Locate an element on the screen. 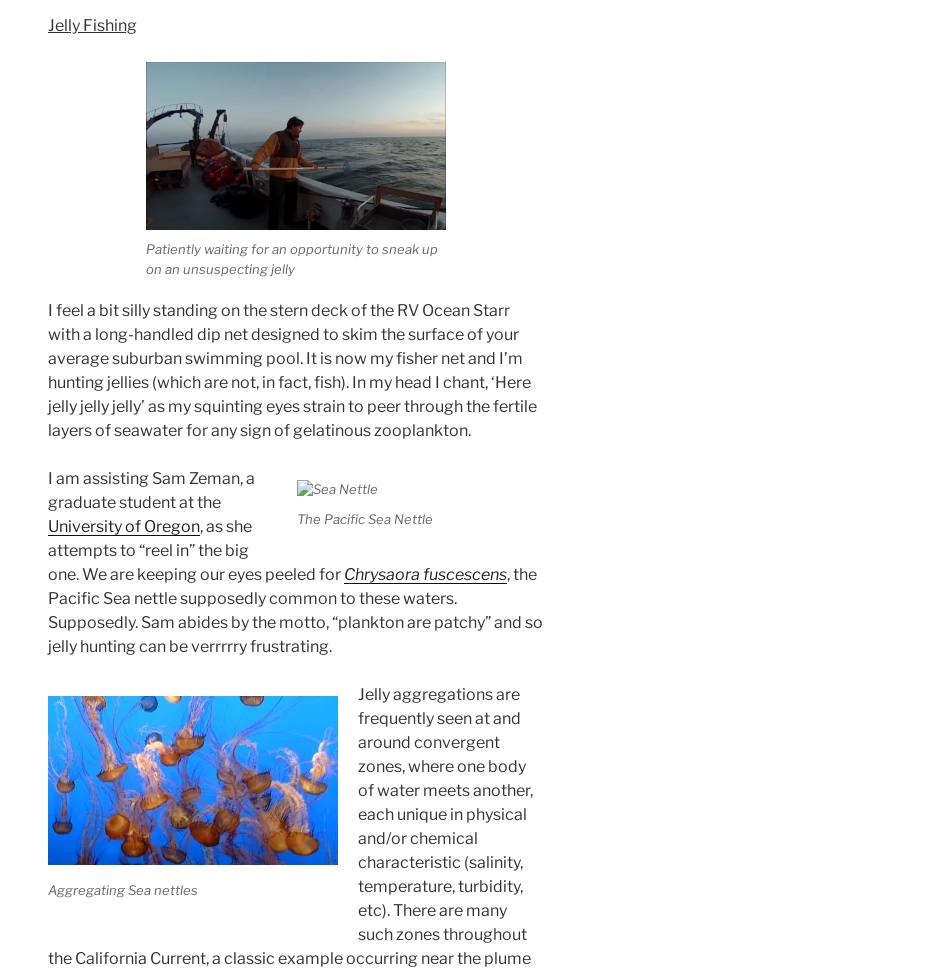 The height and width of the screenshot is (972, 950). 'I am assisting Sam Zeman, a graduate student at the' is located at coordinates (151, 489).